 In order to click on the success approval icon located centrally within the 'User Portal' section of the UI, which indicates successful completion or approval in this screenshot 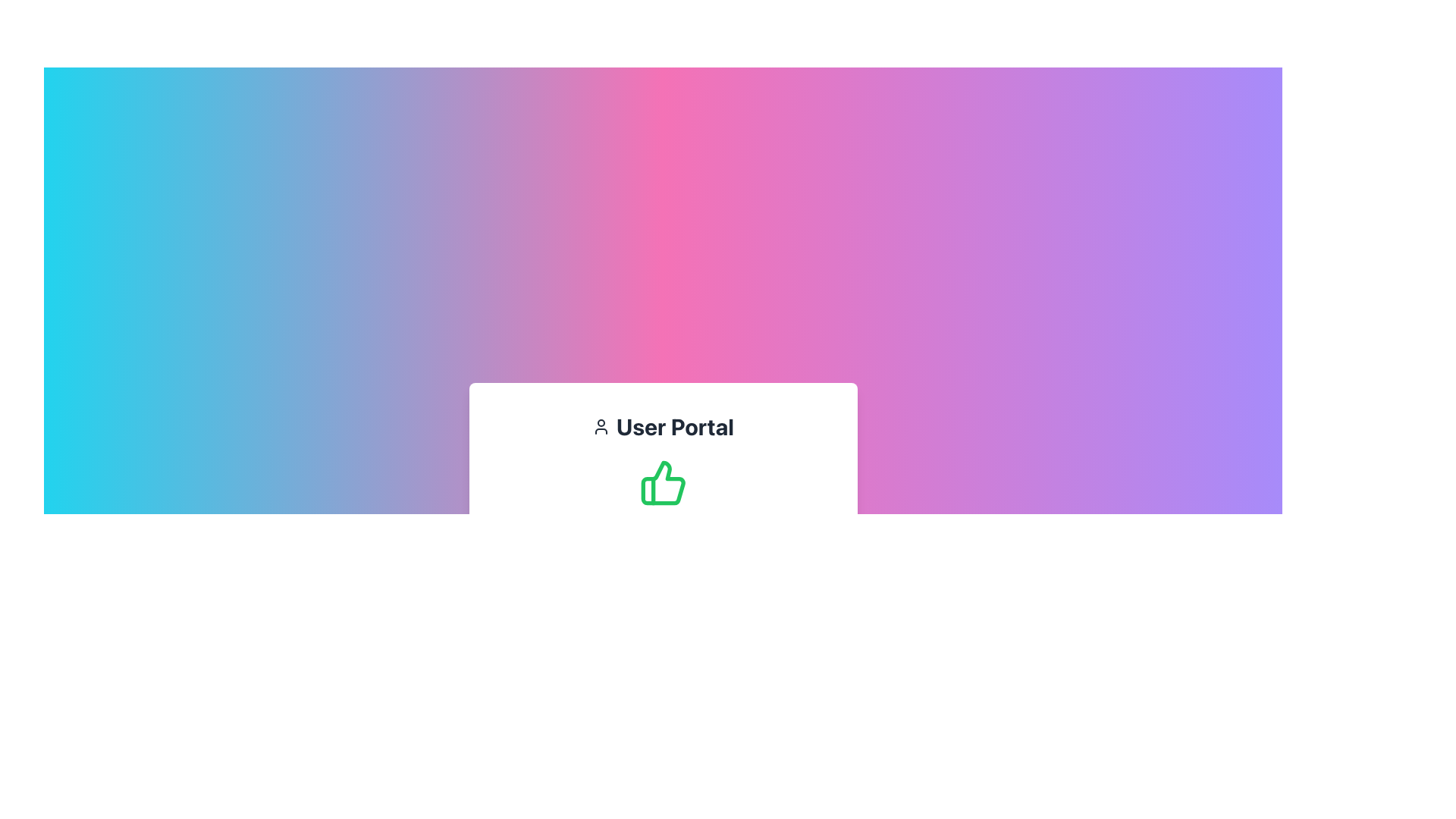, I will do `click(663, 500)`.